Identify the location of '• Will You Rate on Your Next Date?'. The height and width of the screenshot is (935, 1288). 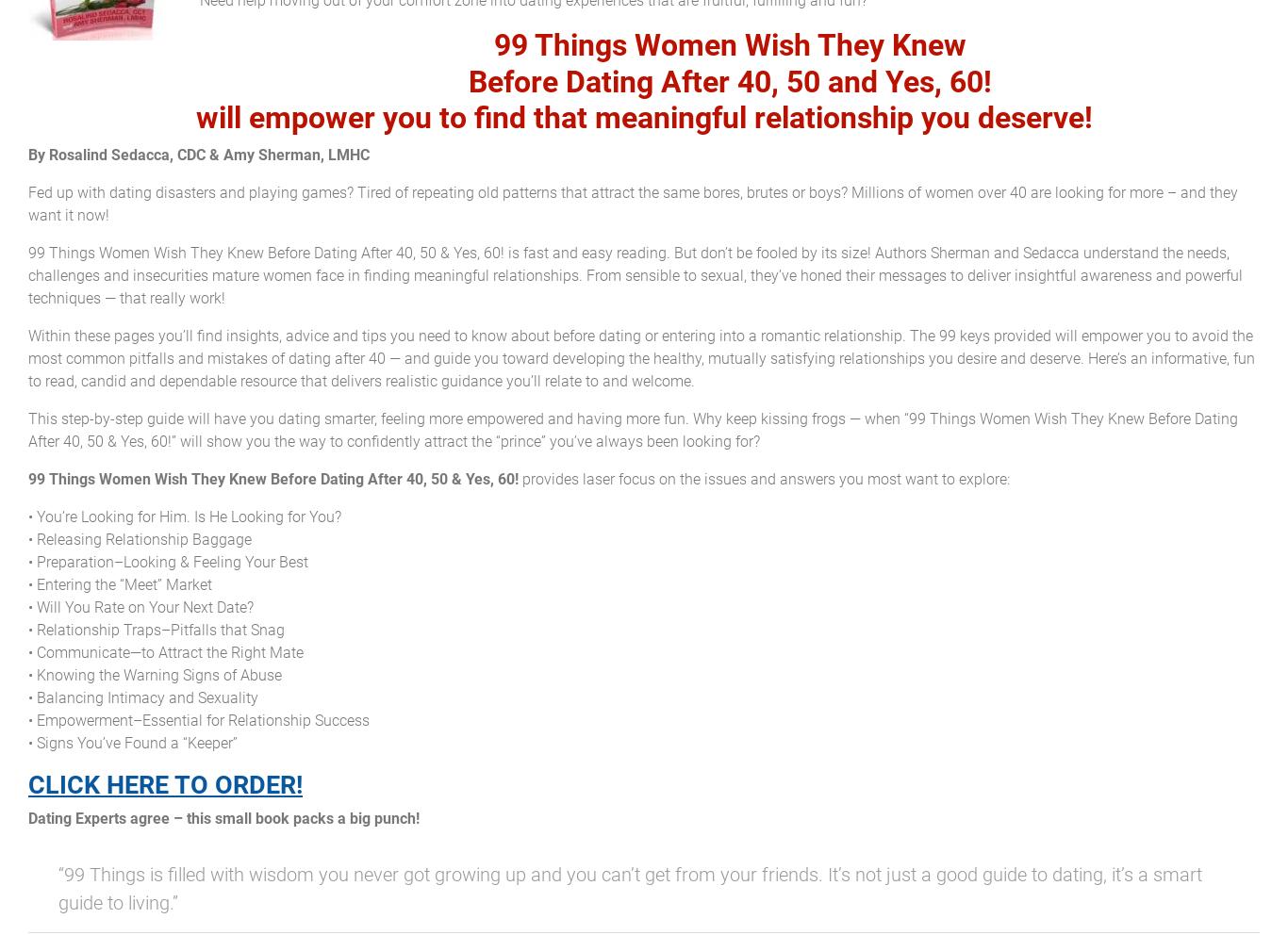
(140, 606).